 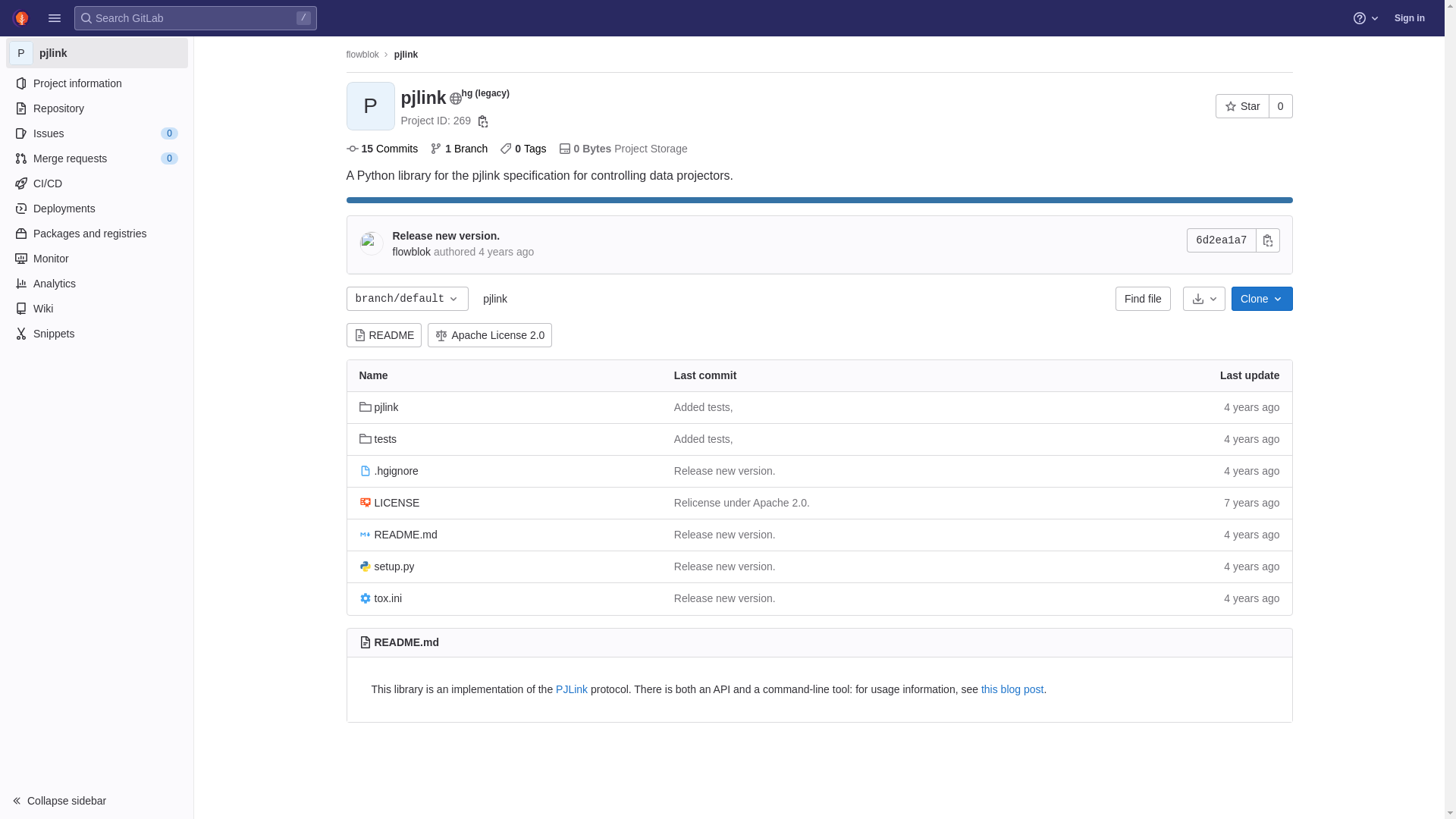 What do you see at coordinates (359, 503) in the screenshot?
I see `'LICENSE'` at bounding box center [359, 503].